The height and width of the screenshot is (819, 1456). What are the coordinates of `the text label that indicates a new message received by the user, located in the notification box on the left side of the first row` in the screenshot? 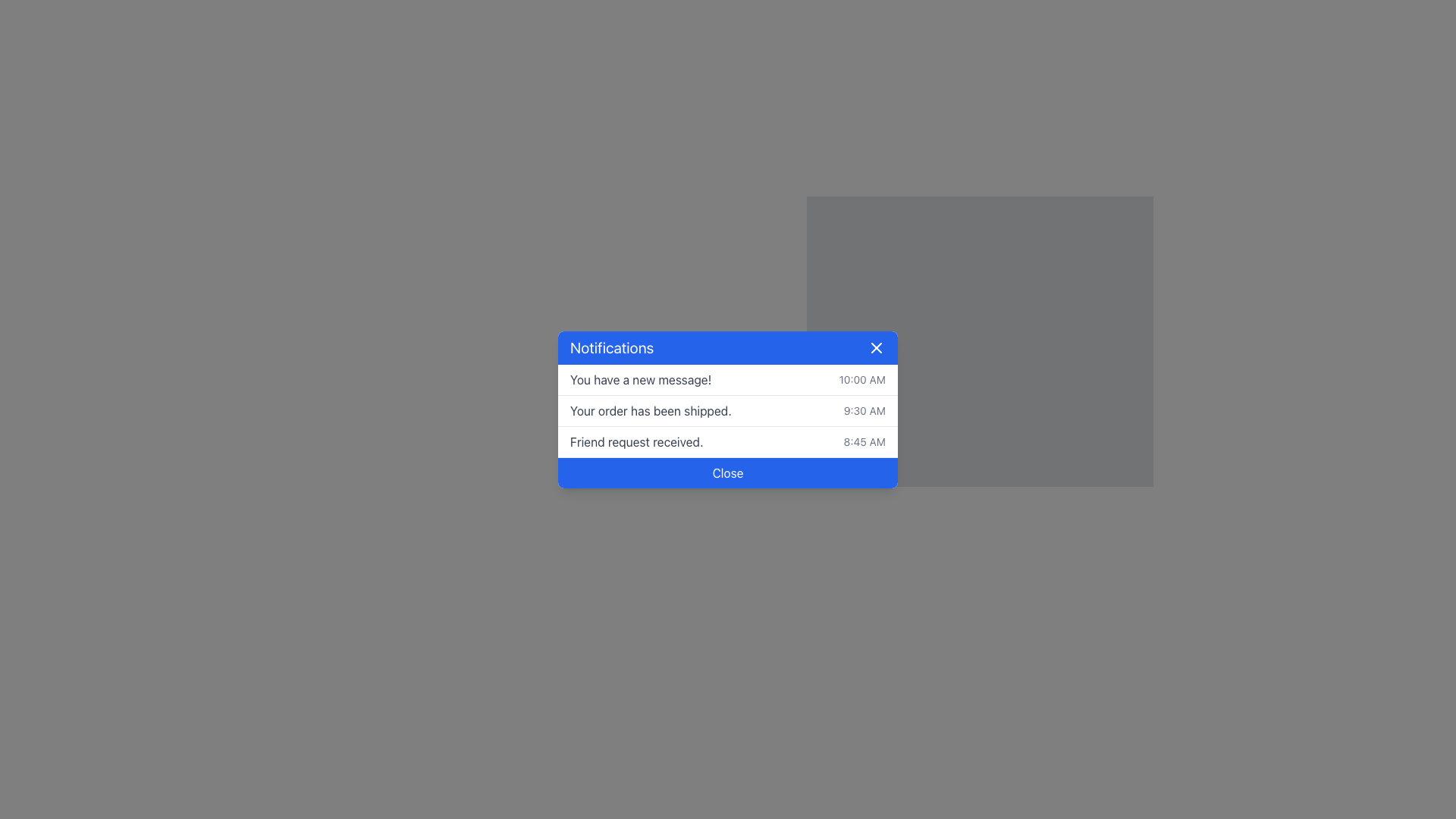 It's located at (641, 378).